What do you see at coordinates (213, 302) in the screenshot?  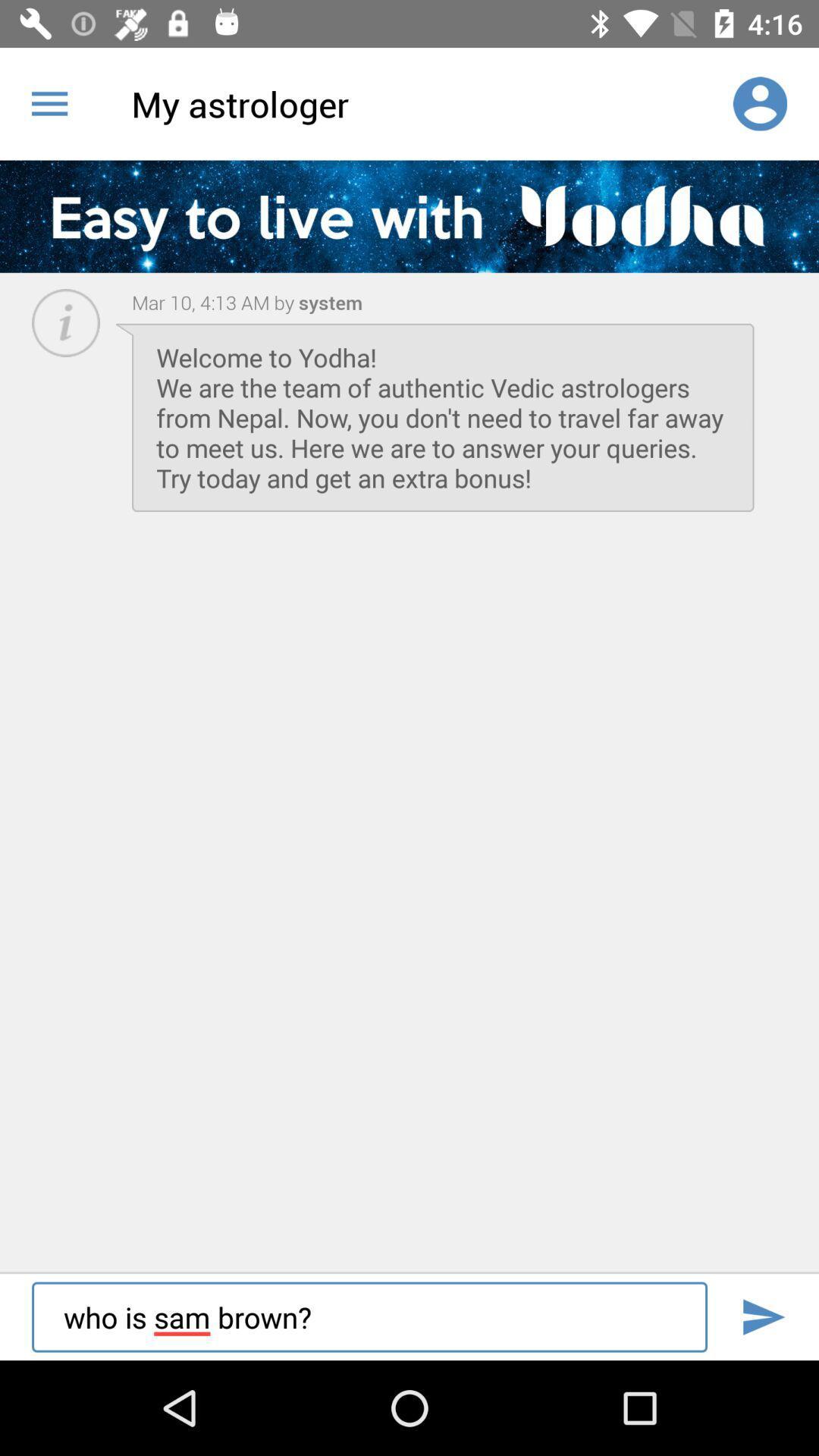 I see `mar 10 4 item` at bounding box center [213, 302].